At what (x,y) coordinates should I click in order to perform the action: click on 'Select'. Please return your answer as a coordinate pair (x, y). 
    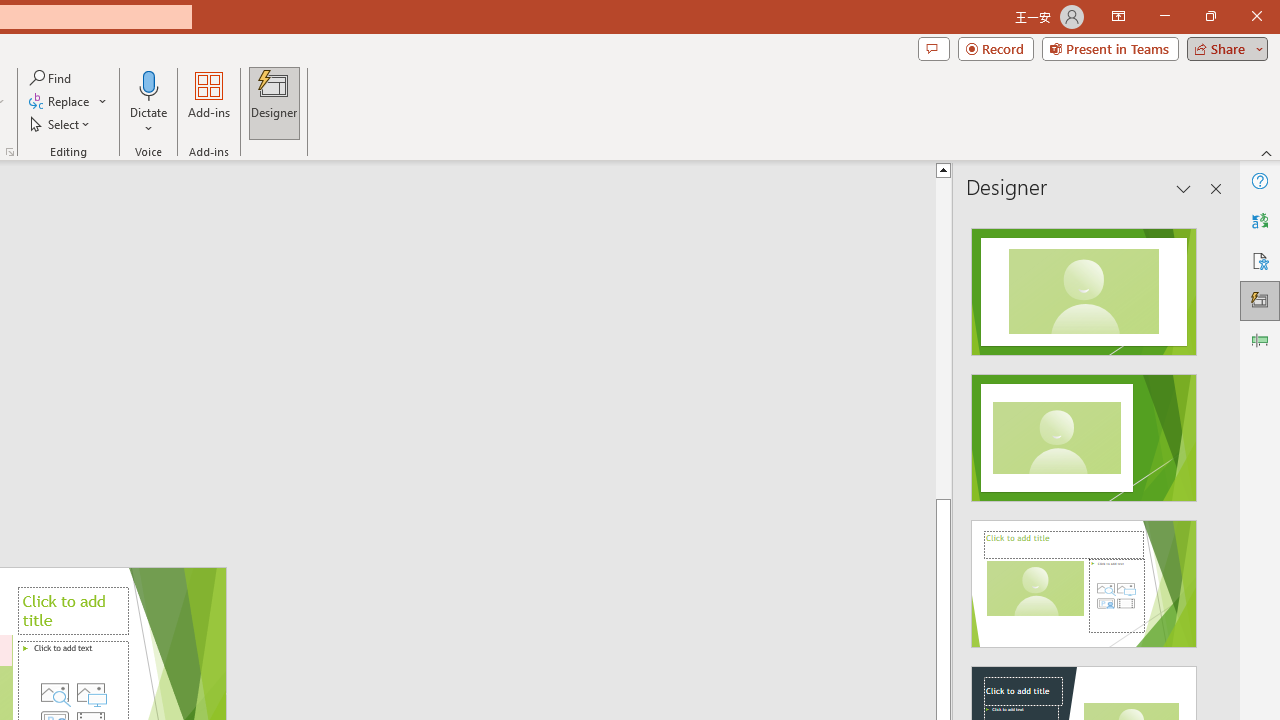
    Looking at the image, I should click on (61, 124).